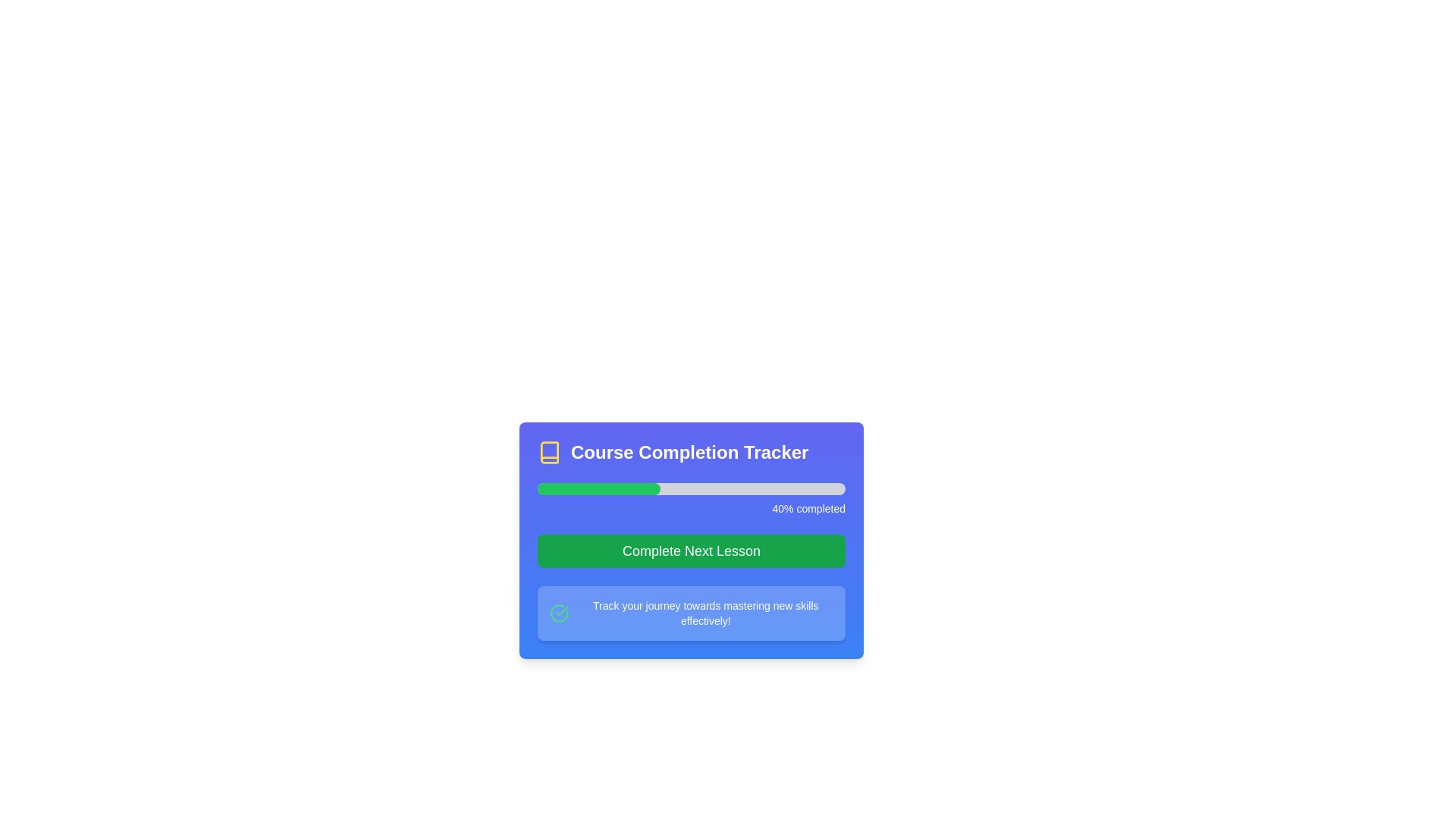 The image size is (1456, 819). Describe the element at coordinates (558, 613) in the screenshot. I see `the check mark icon element that signifies completion, located adjacent to the phrase 'Track your journey towards mastering new skills effectively!' in the 'Course Completion Tracker' box` at that location.